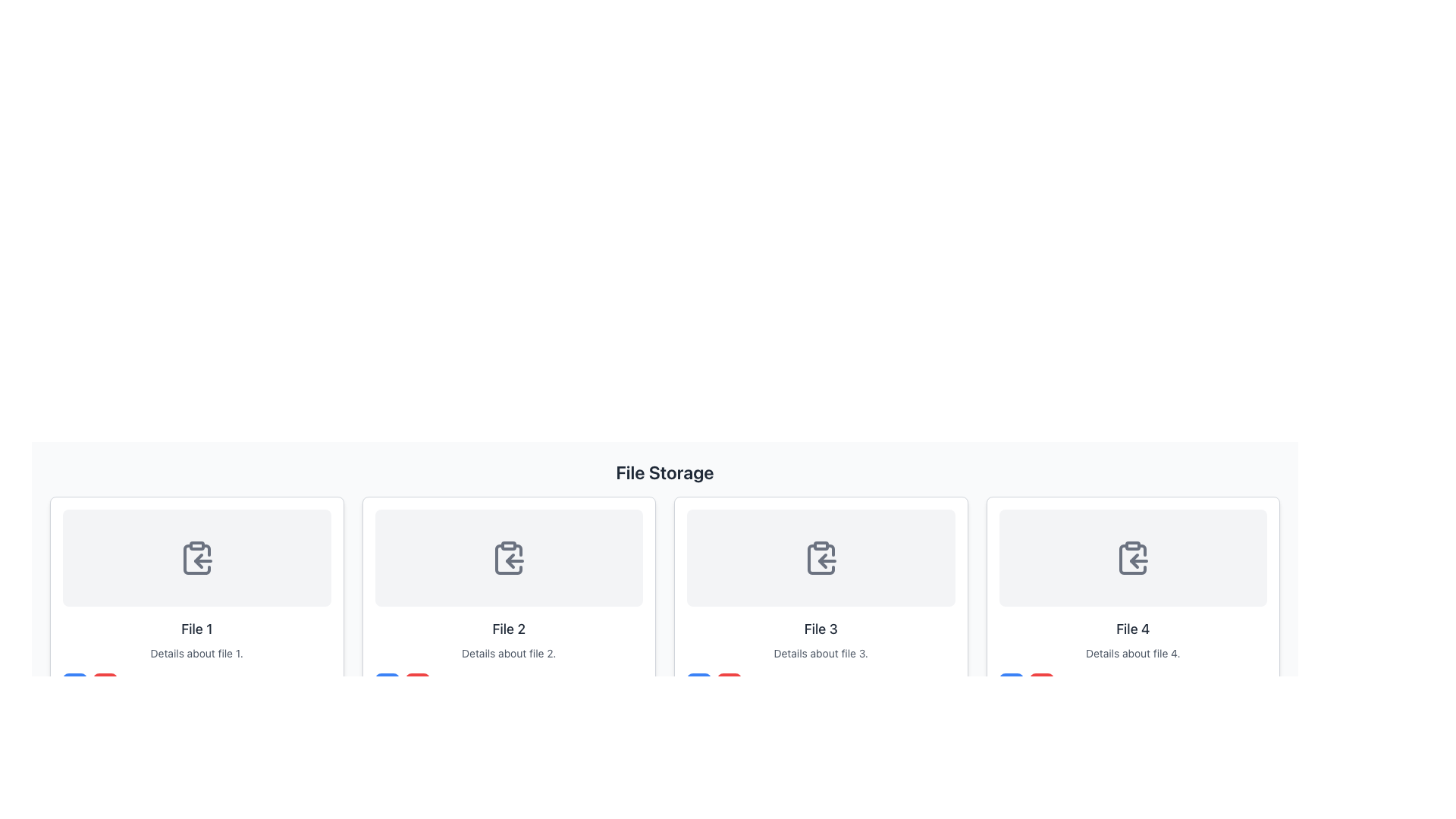 The width and height of the screenshot is (1456, 819). What do you see at coordinates (1133, 546) in the screenshot?
I see `the small rectangular shape at the top of the clipboard icon in the fourth card of the row` at bounding box center [1133, 546].